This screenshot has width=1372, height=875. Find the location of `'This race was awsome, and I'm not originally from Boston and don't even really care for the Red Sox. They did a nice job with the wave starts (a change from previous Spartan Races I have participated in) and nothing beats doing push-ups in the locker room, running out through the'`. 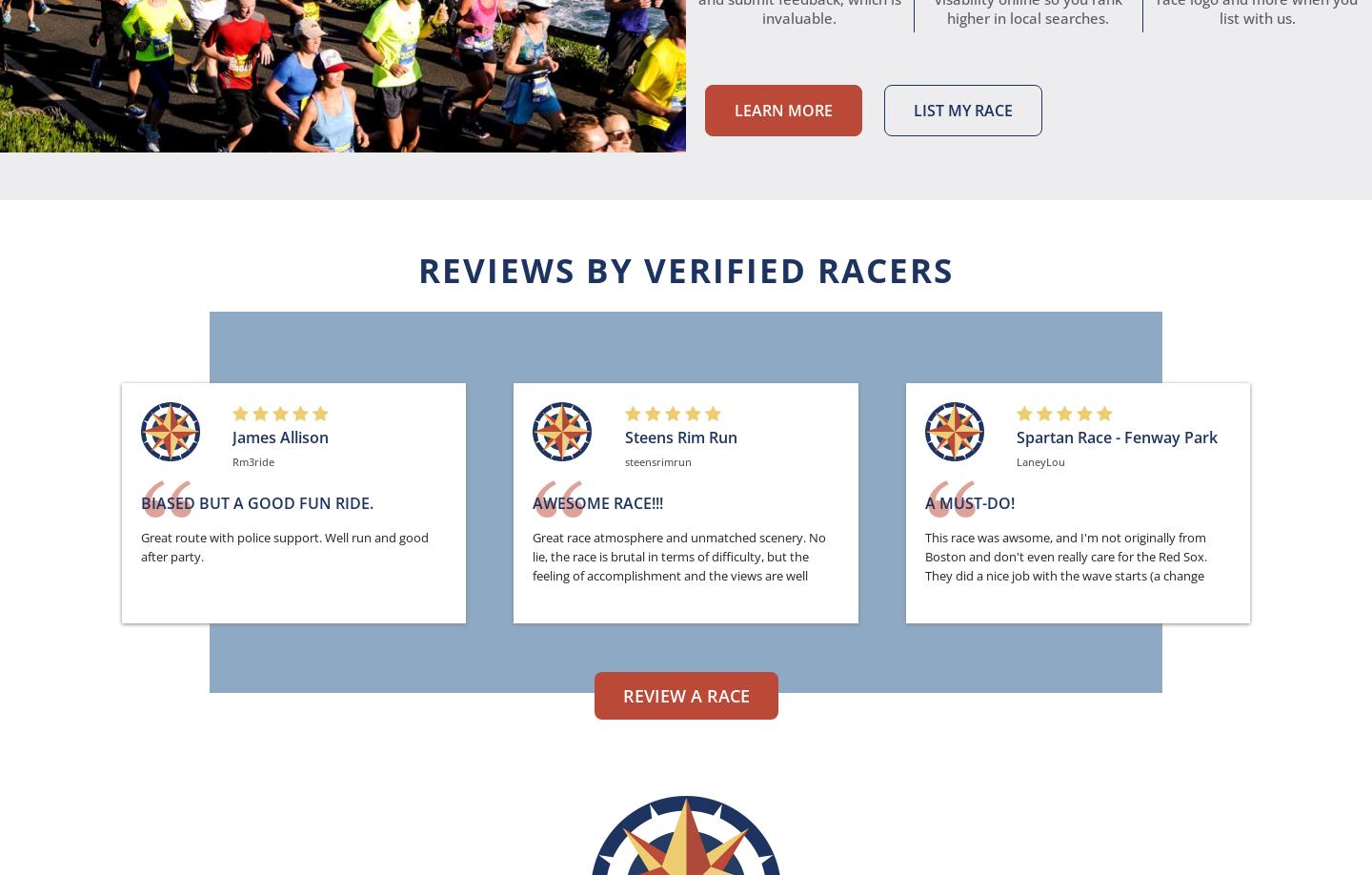

'This race was awsome, and I'm not originally from Boston and don't even really care for the Red Sox. They did a nice job with the wave starts (a change from previous Spartan Races I have participated in) and nothing beats doing push-ups in the locker room, running out through the' is located at coordinates (1075, 584).